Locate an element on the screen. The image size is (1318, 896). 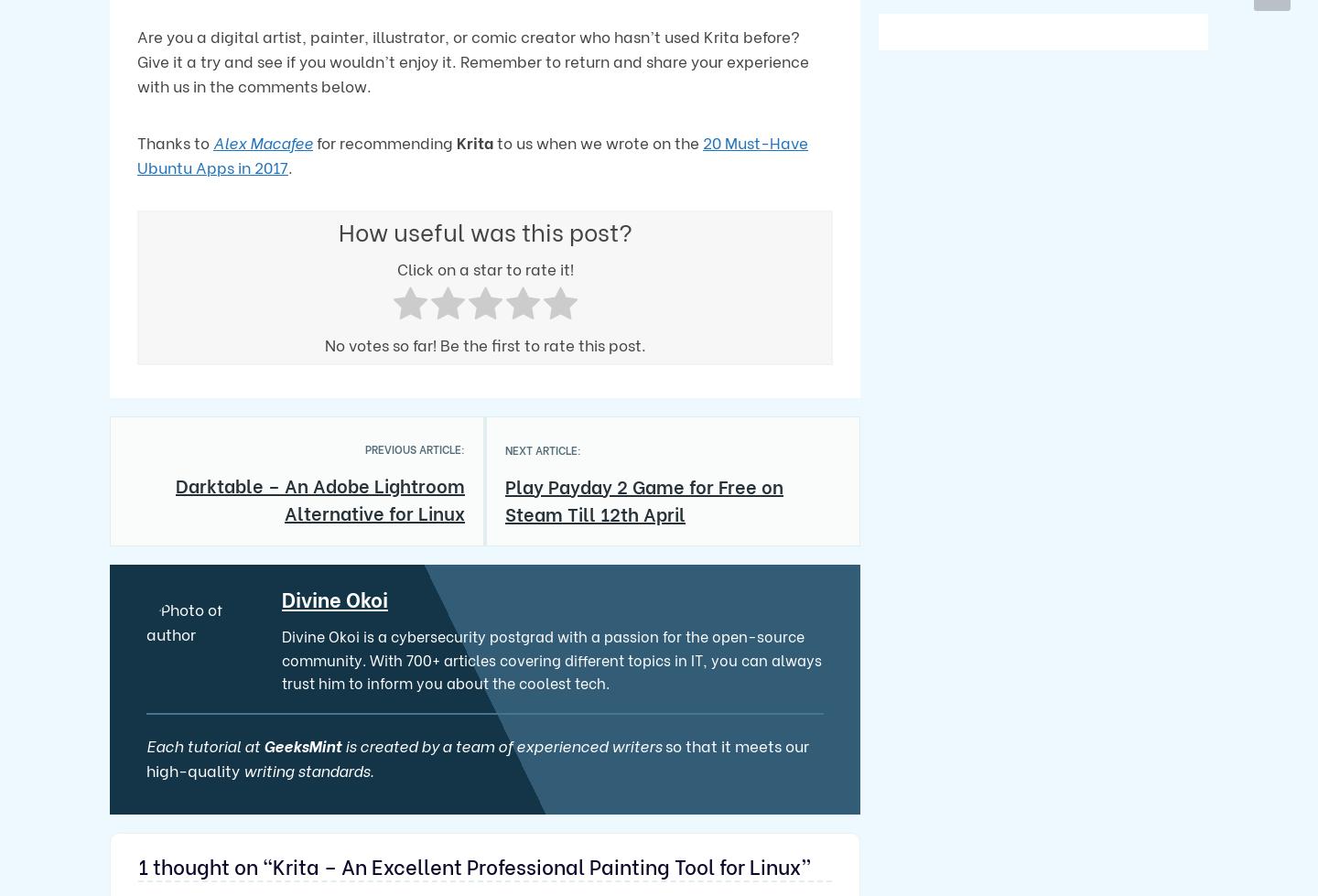
'Next article:' is located at coordinates (504, 448).